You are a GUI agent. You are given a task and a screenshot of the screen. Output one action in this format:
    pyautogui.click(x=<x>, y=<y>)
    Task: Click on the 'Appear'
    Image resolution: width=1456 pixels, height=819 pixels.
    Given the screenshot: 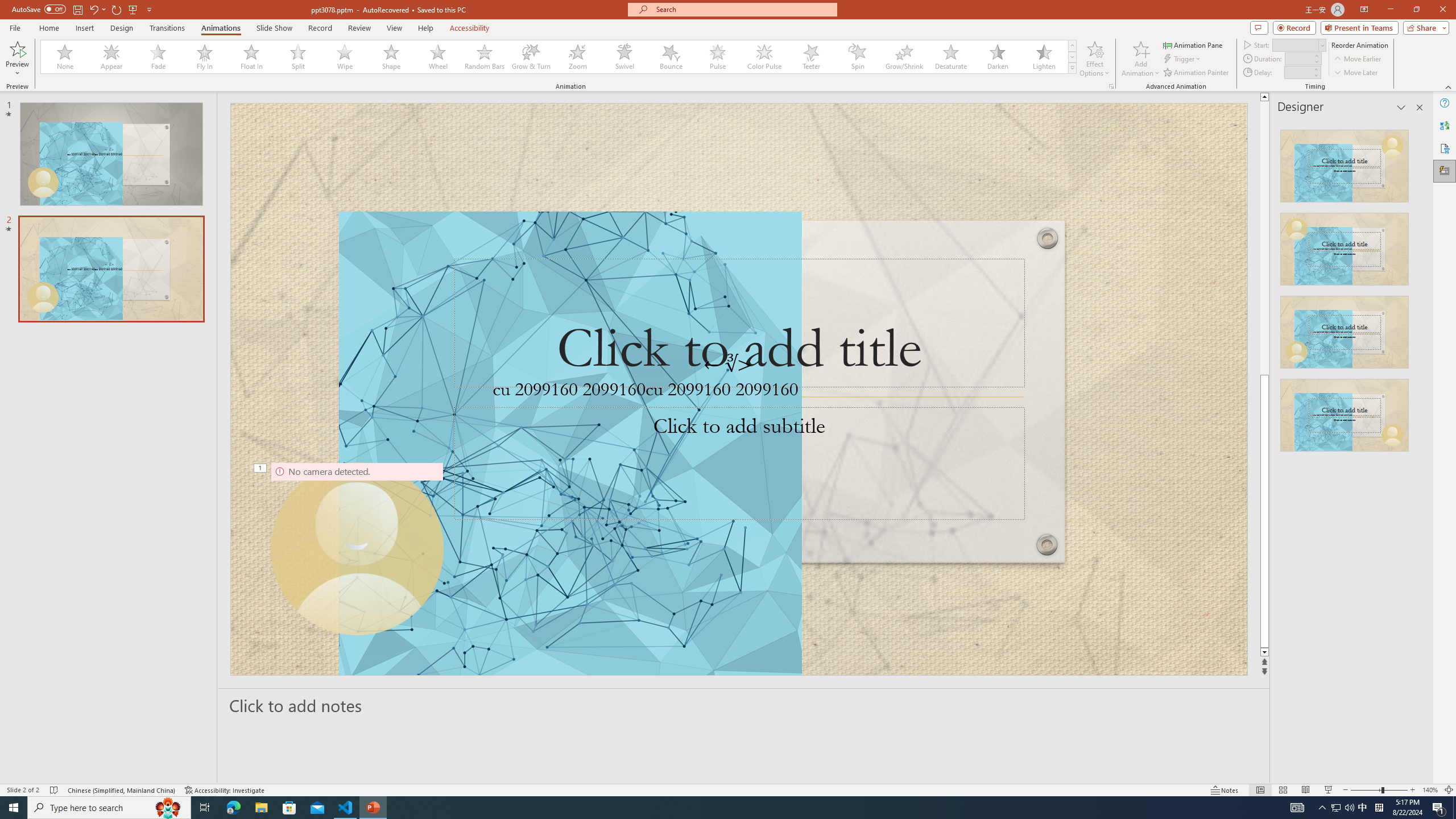 What is the action you would take?
    pyautogui.click(x=111, y=56)
    